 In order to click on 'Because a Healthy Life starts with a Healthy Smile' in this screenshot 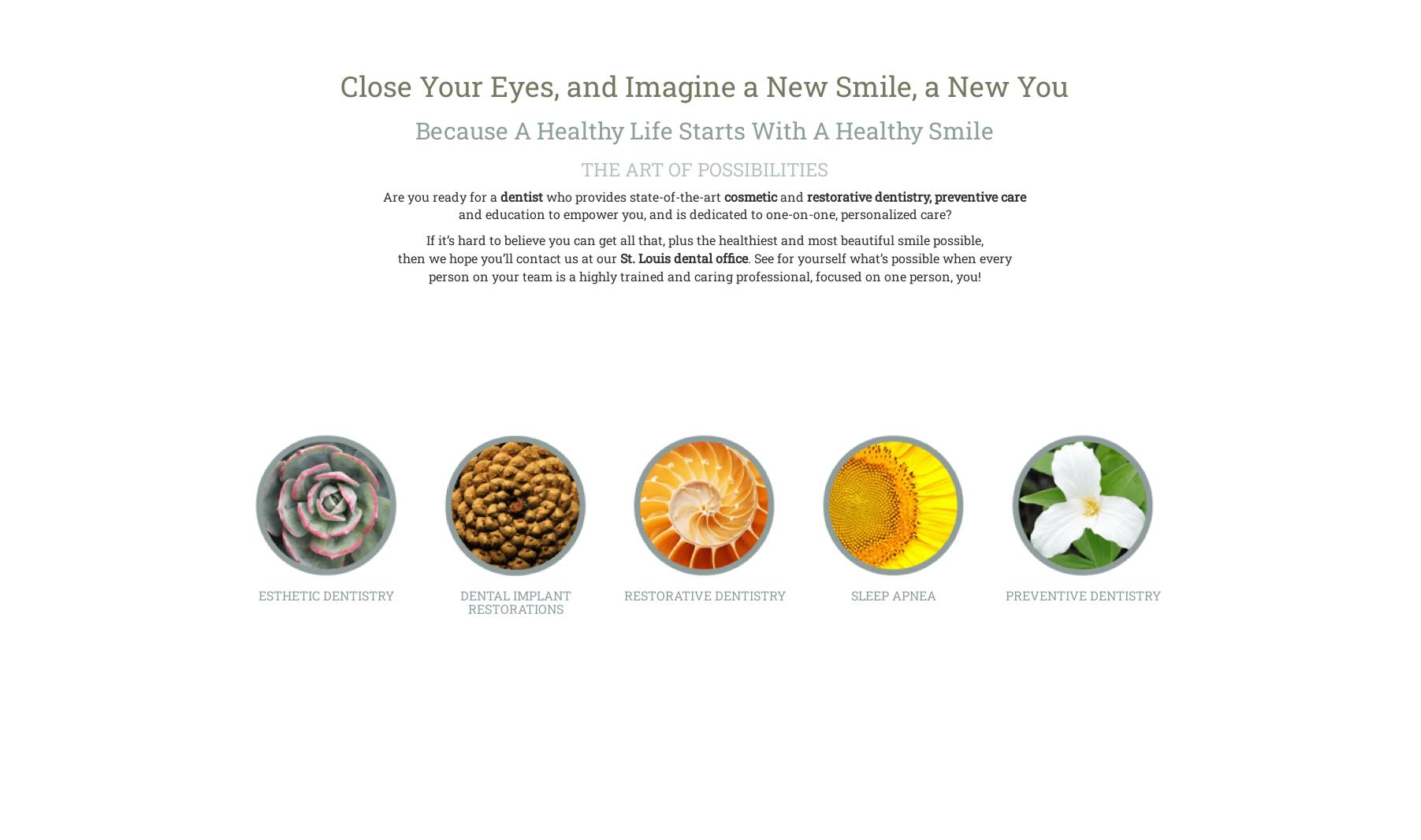, I will do `click(415, 129)`.